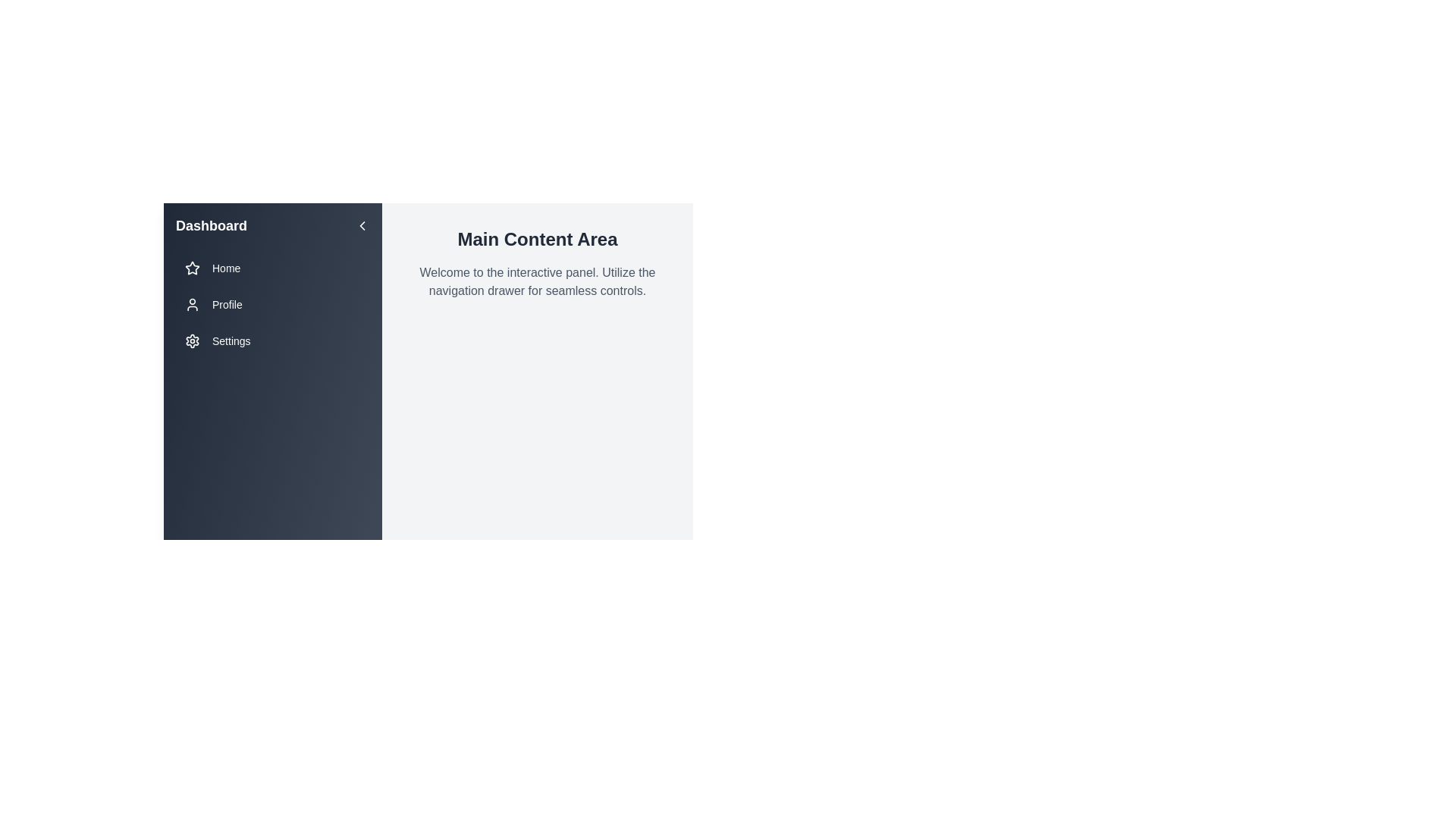 Image resolution: width=1456 pixels, height=819 pixels. I want to click on the 'Dashboard' text label, which is a bold, large white font element located at the top of the navigation panel, so click(210, 225).